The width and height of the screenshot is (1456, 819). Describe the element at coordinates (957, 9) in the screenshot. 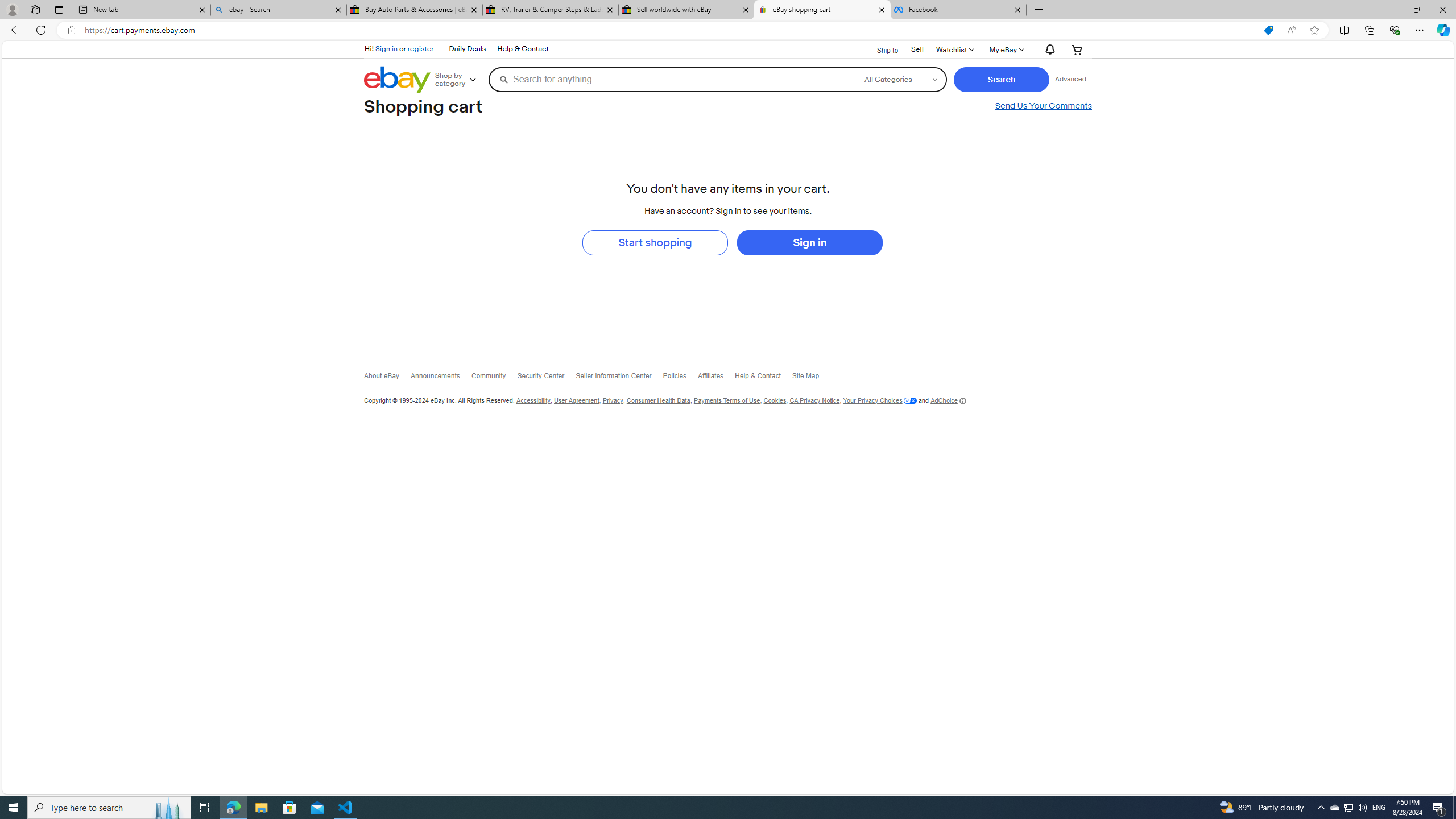

I see `'Facebook'` at that location.